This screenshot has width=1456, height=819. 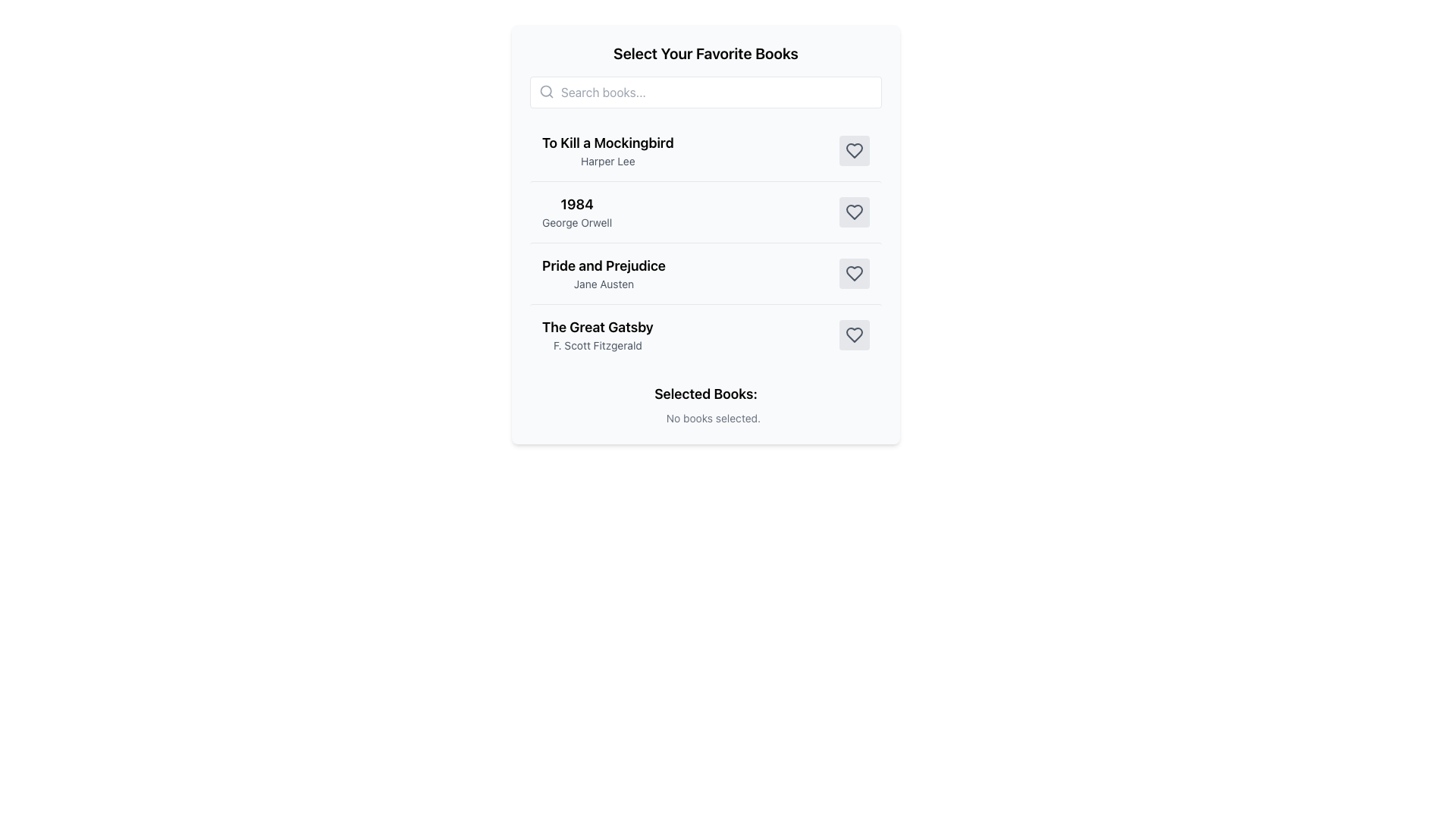 What do you see at coordinates (576, 212) in the screenshot?
I see `the text label displaying '1984' by George Orwell, which is the second item in a vertical list of books` at bounding box center [576, 212].